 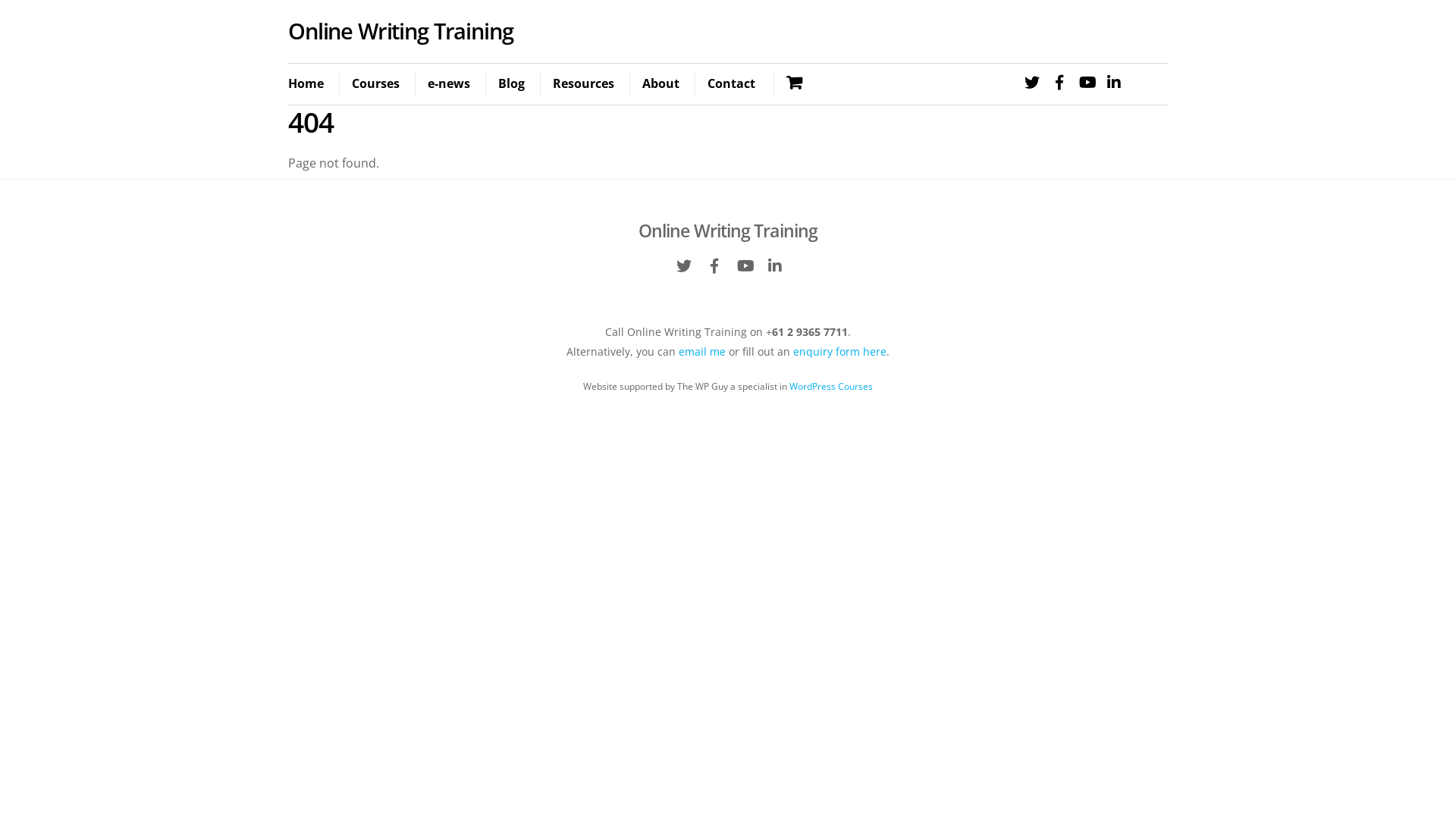 What do you see at coordinates (510, 84) in the screenshot?
I see `'Blog'` at bounding box center [510, 84].